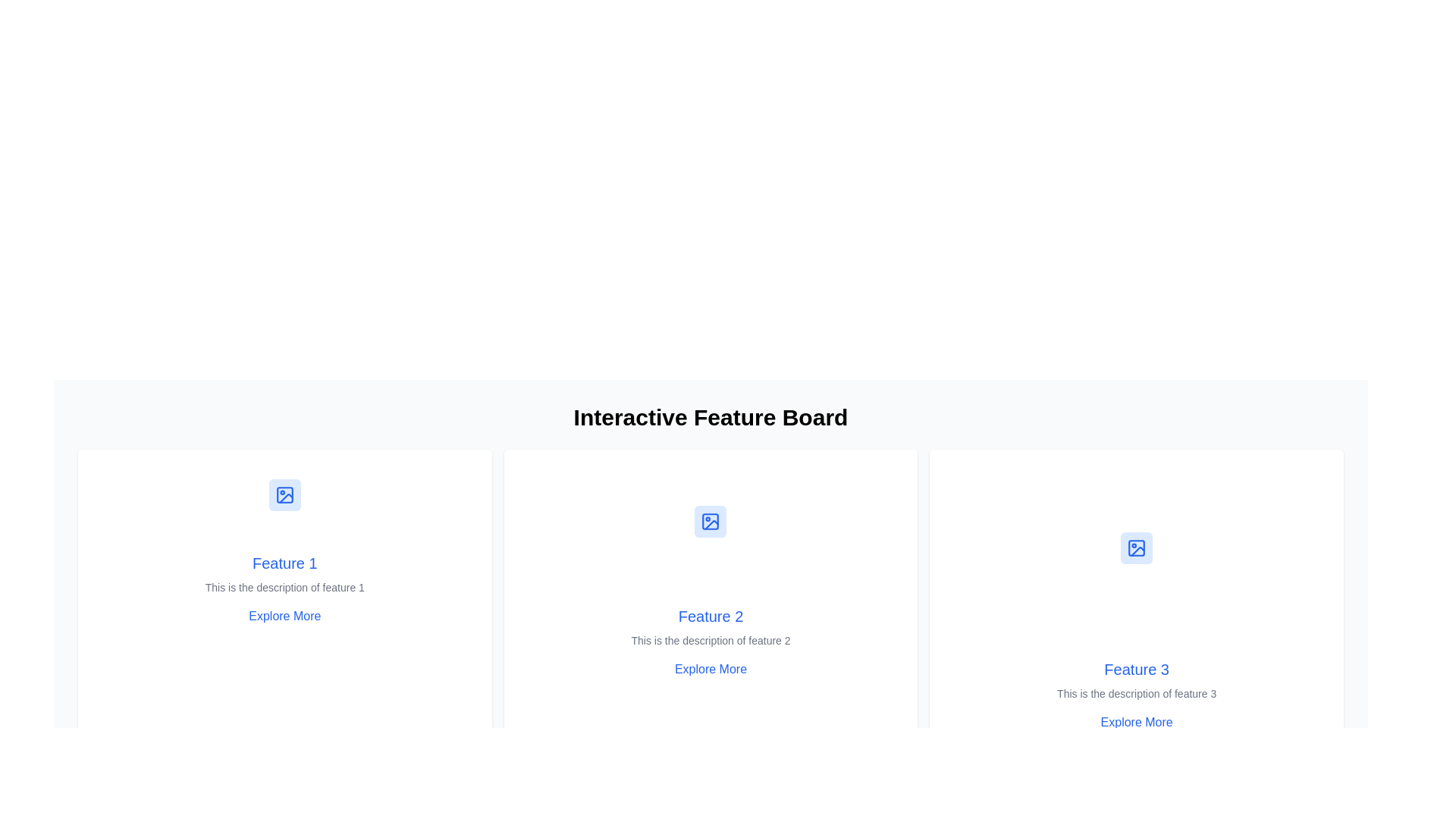 This screenshot has height=819, width=1456. What do you see at coordinates (710, 520) in the screenshot?
I see `the Decorative icon located in the middle-area of the card labeled 'Feature 2', the second card from the left` at bounding box center [710, 520].